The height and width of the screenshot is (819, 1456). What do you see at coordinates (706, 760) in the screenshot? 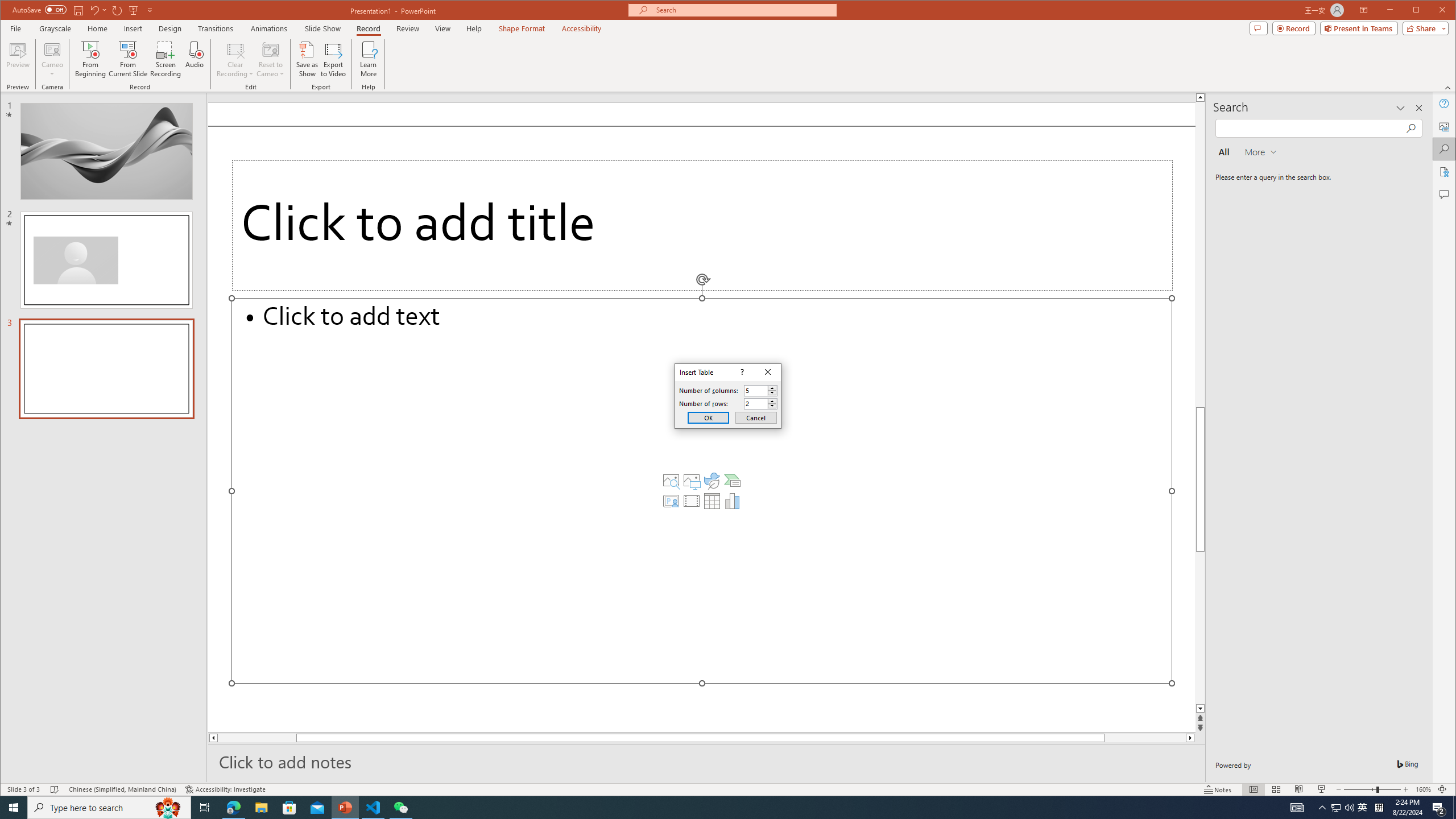
I see `'Slide Notes'` at bounding box center [706, 760].